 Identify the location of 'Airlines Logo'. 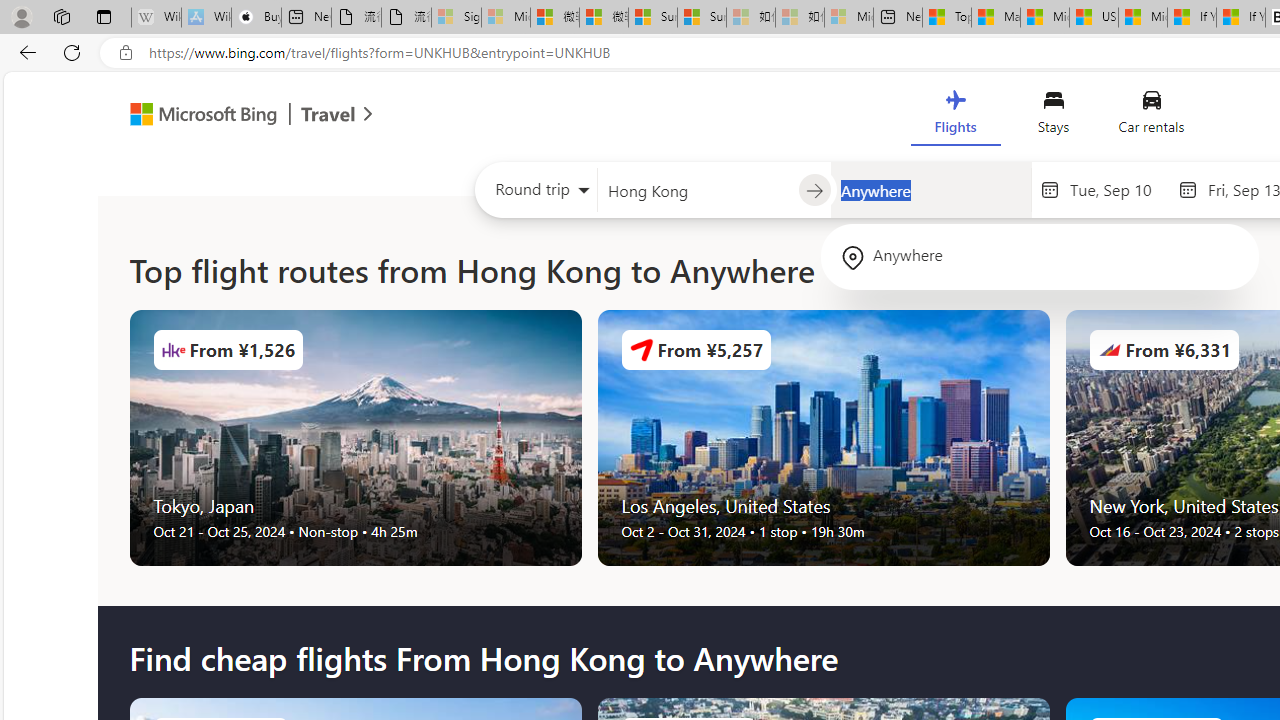
(1108, 348).